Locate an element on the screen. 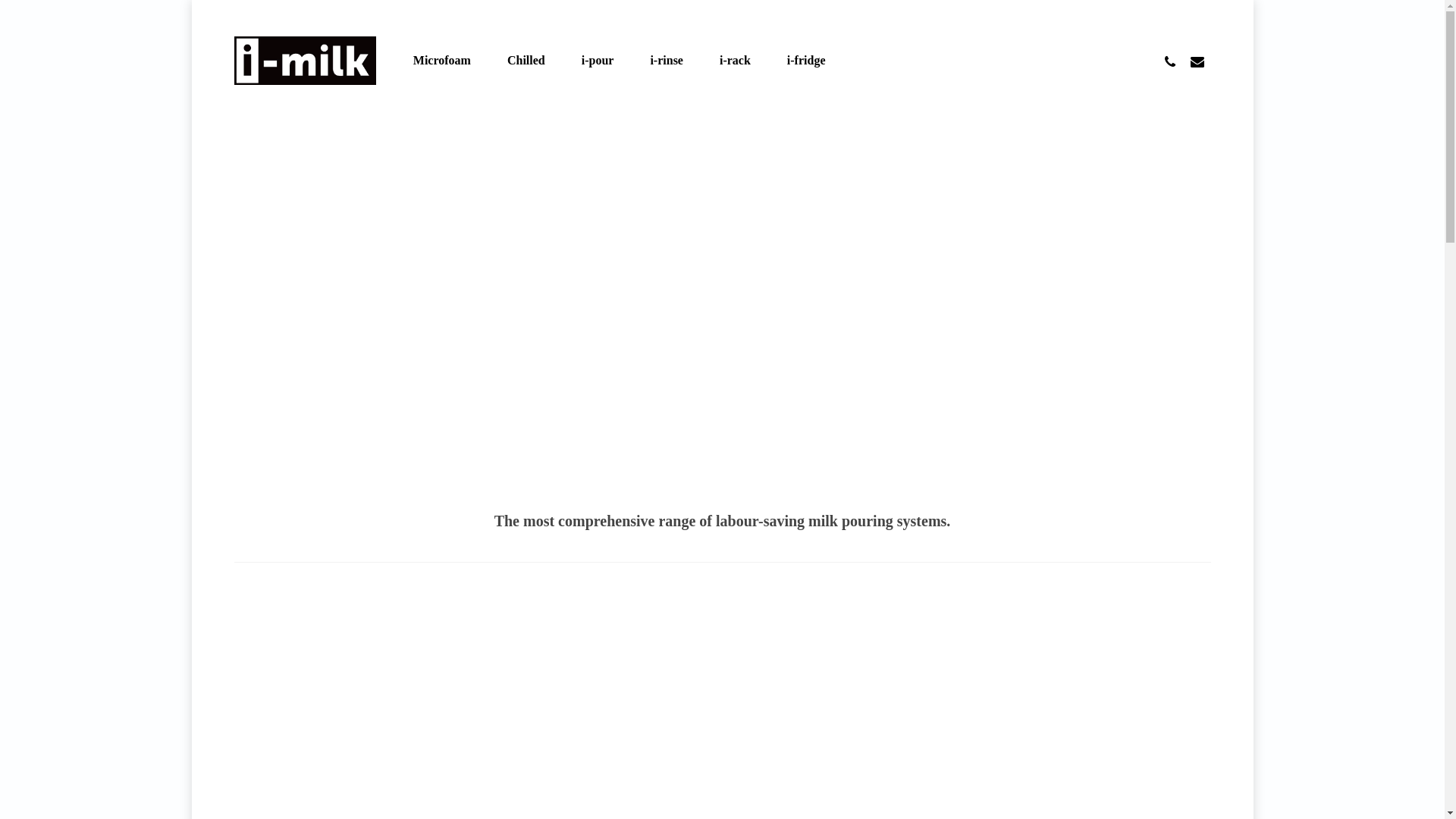 Image resolution: width=1456 pixels, height=819 pixels. 'i-rinse' is located at coordinates (650, 60).